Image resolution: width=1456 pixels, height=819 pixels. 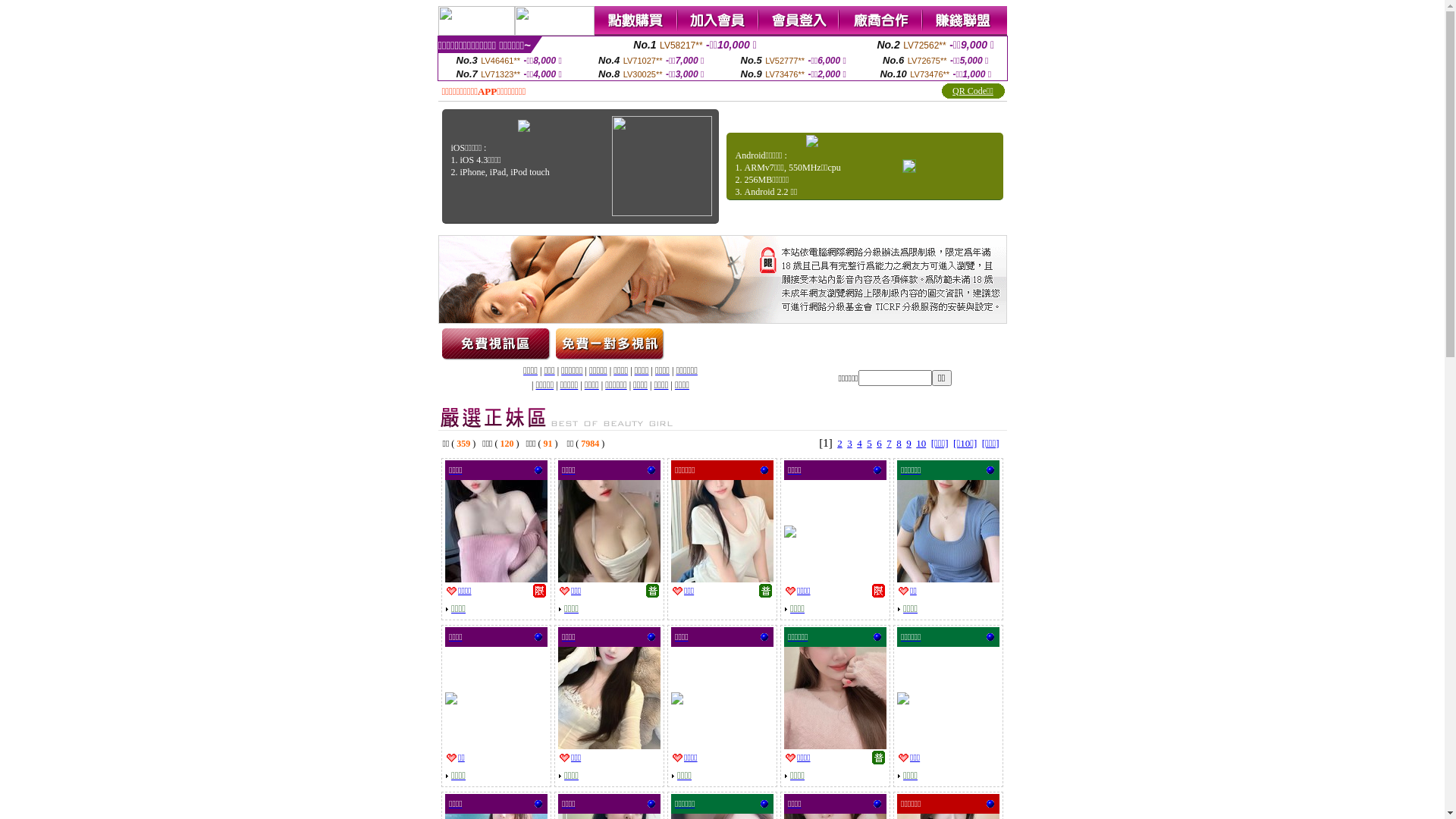 What do you see at coordinates (836, 443) in the screenshot?
I see `'2'` at bounding box center [836, 443].